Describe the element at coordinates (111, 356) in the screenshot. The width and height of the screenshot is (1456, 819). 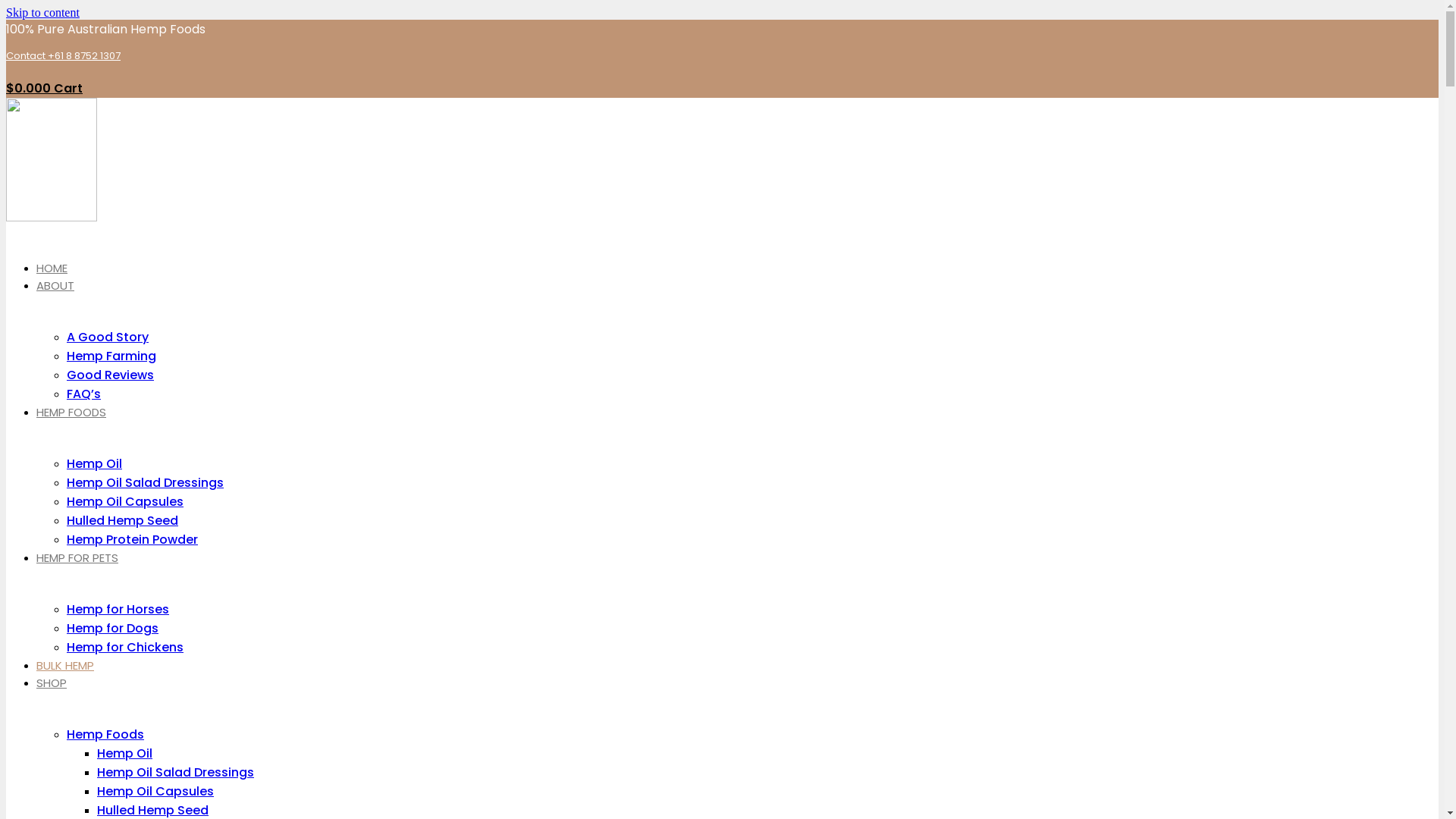
I see `'Hemp Farming'` at that location.